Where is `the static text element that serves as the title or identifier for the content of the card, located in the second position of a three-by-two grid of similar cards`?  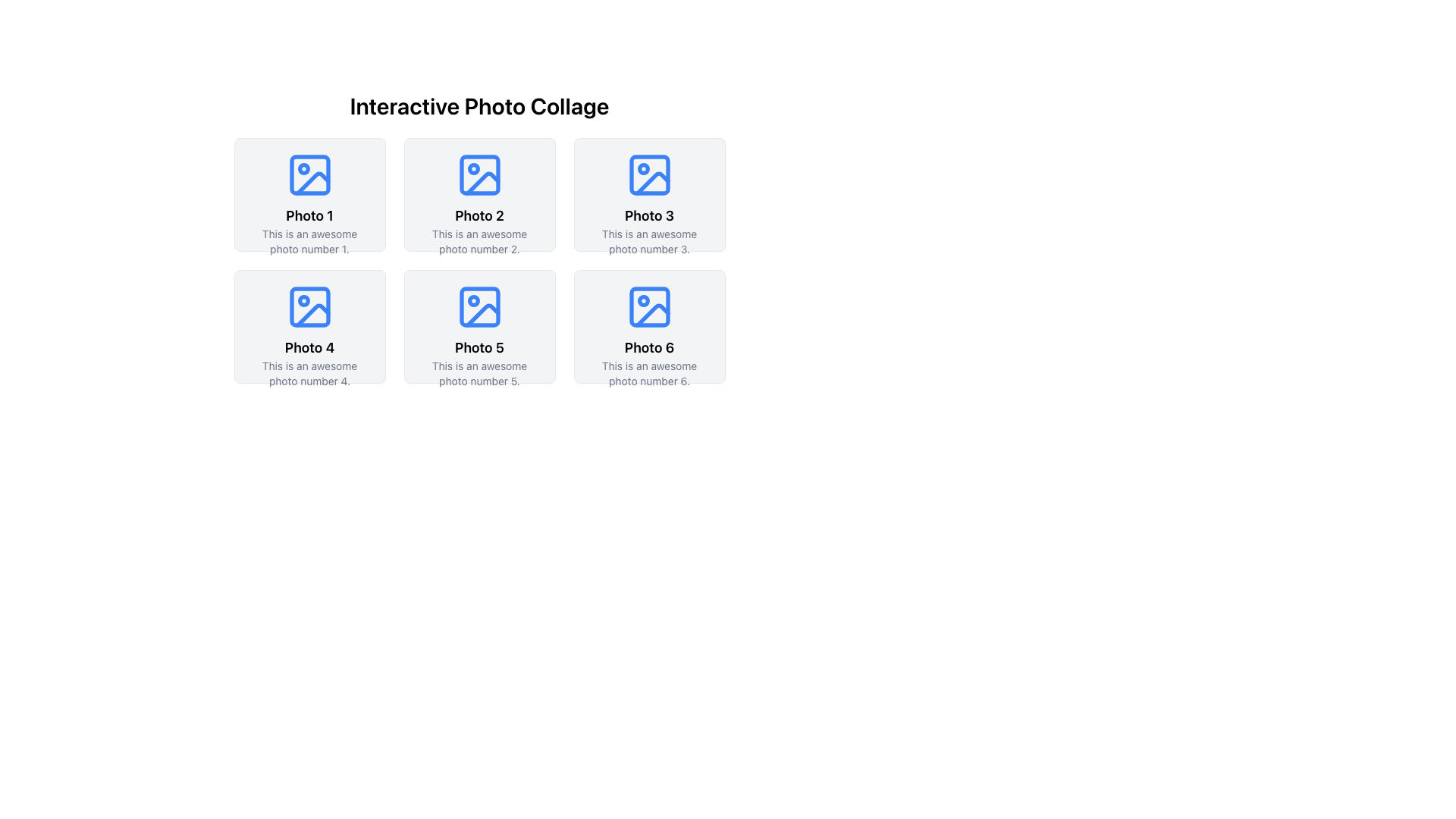 the static text element that serves as the title or identifier for the content of the card, located in the second position of a three-by-two grid of similar cards is located at coordinates (479, 216).